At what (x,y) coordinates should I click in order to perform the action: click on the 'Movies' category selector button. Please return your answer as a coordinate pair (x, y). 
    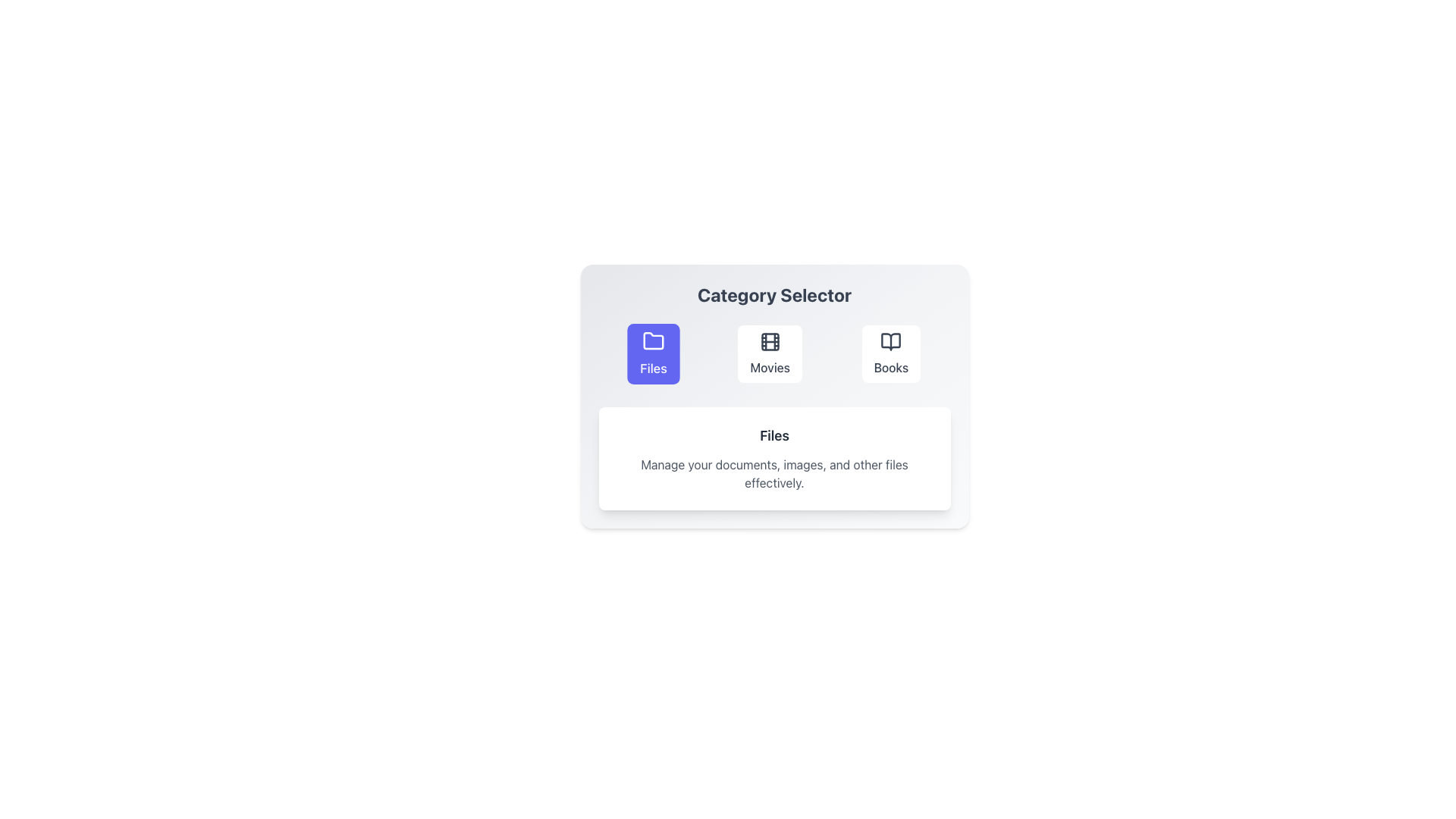
    Looking at the image, I should click on (774, 353).